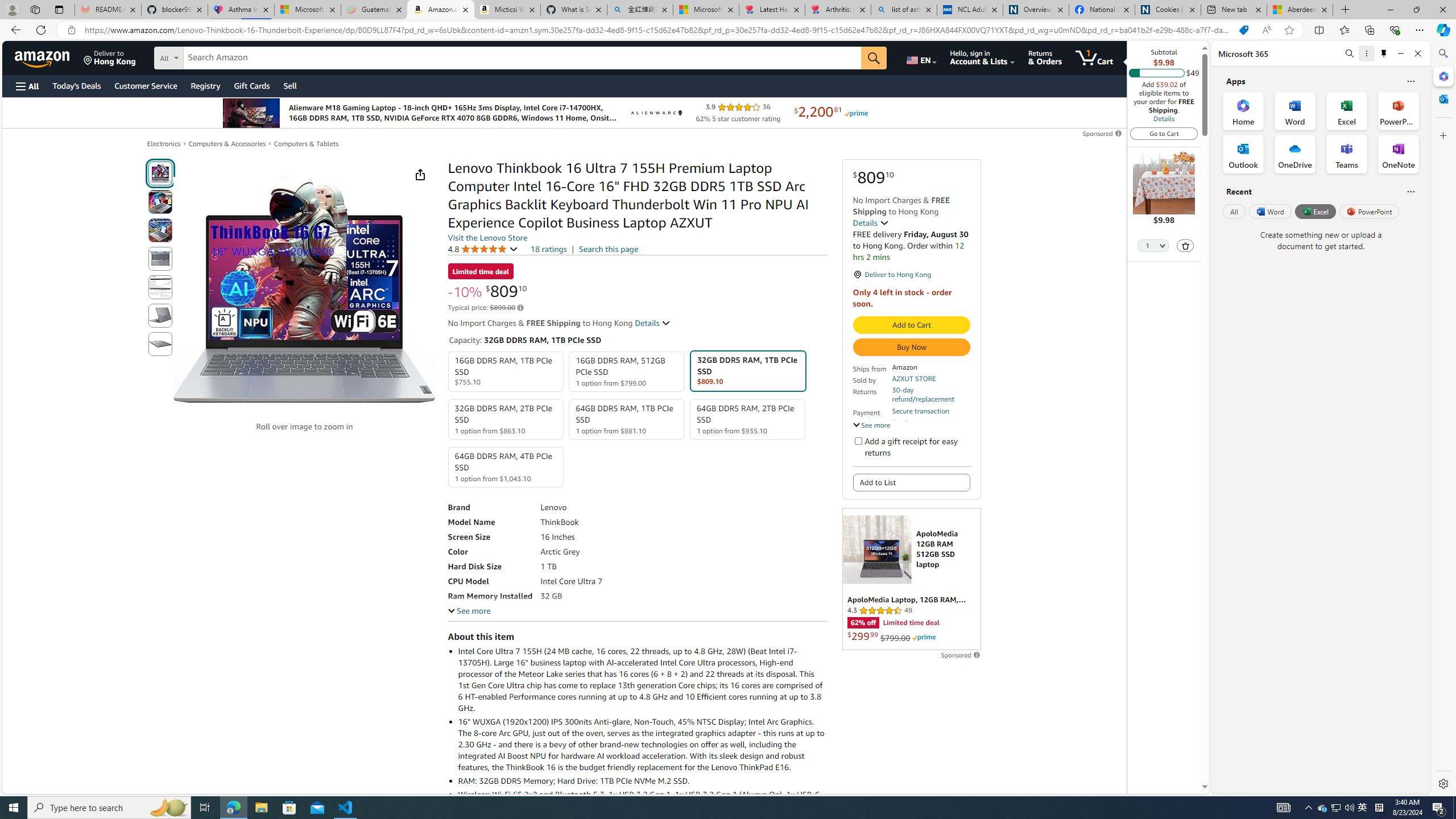 This screenshot has height=819, width=1456. I want to click on 'Buy Now', so click(911, 346).